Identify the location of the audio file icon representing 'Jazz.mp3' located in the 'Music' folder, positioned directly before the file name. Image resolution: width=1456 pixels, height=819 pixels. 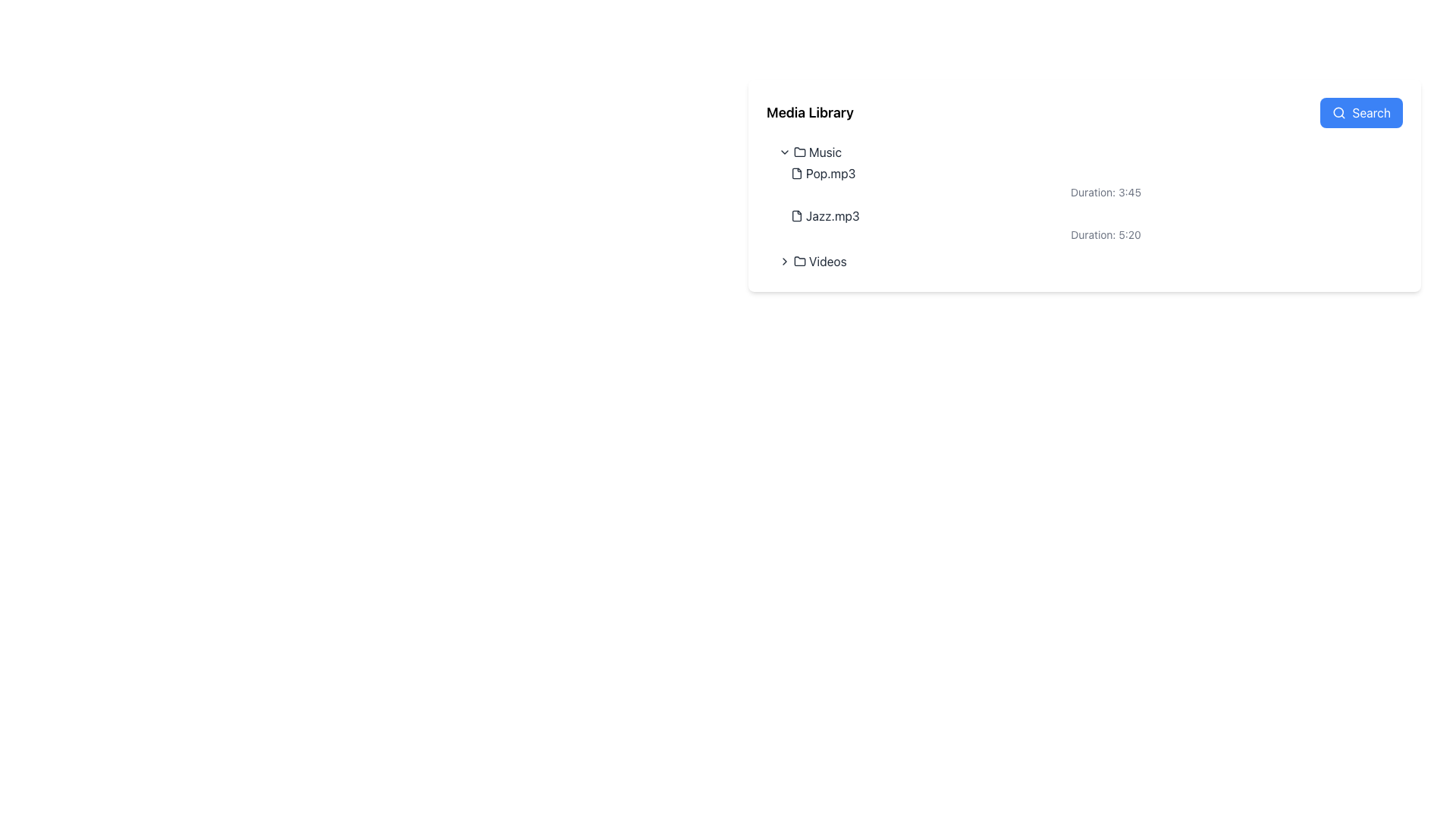
(796, 216).